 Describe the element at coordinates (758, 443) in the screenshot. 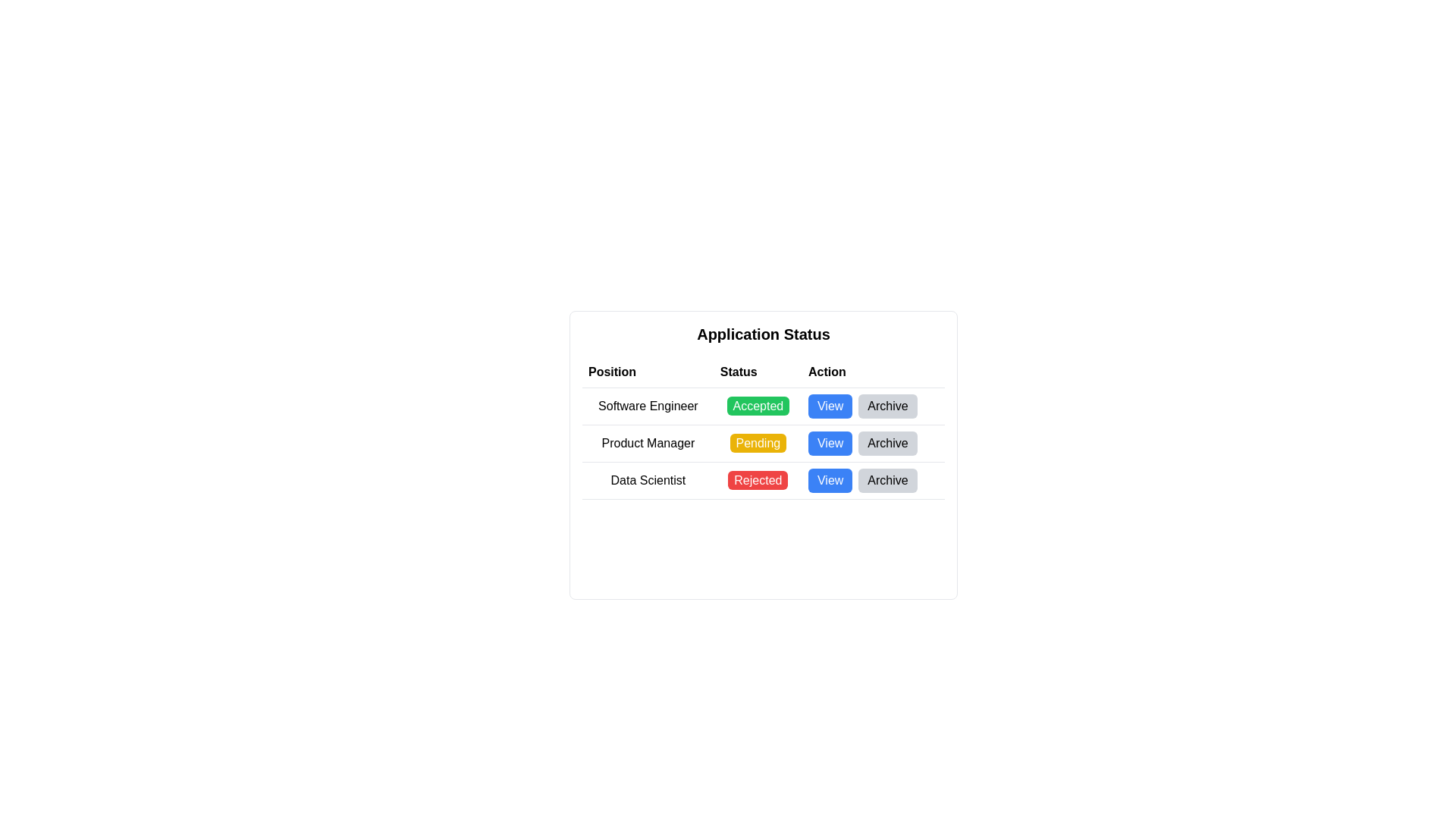

I see `the 'Pending' label indicating the status of the job application for the 'Product Manager' position in the second row of the table` at that location.